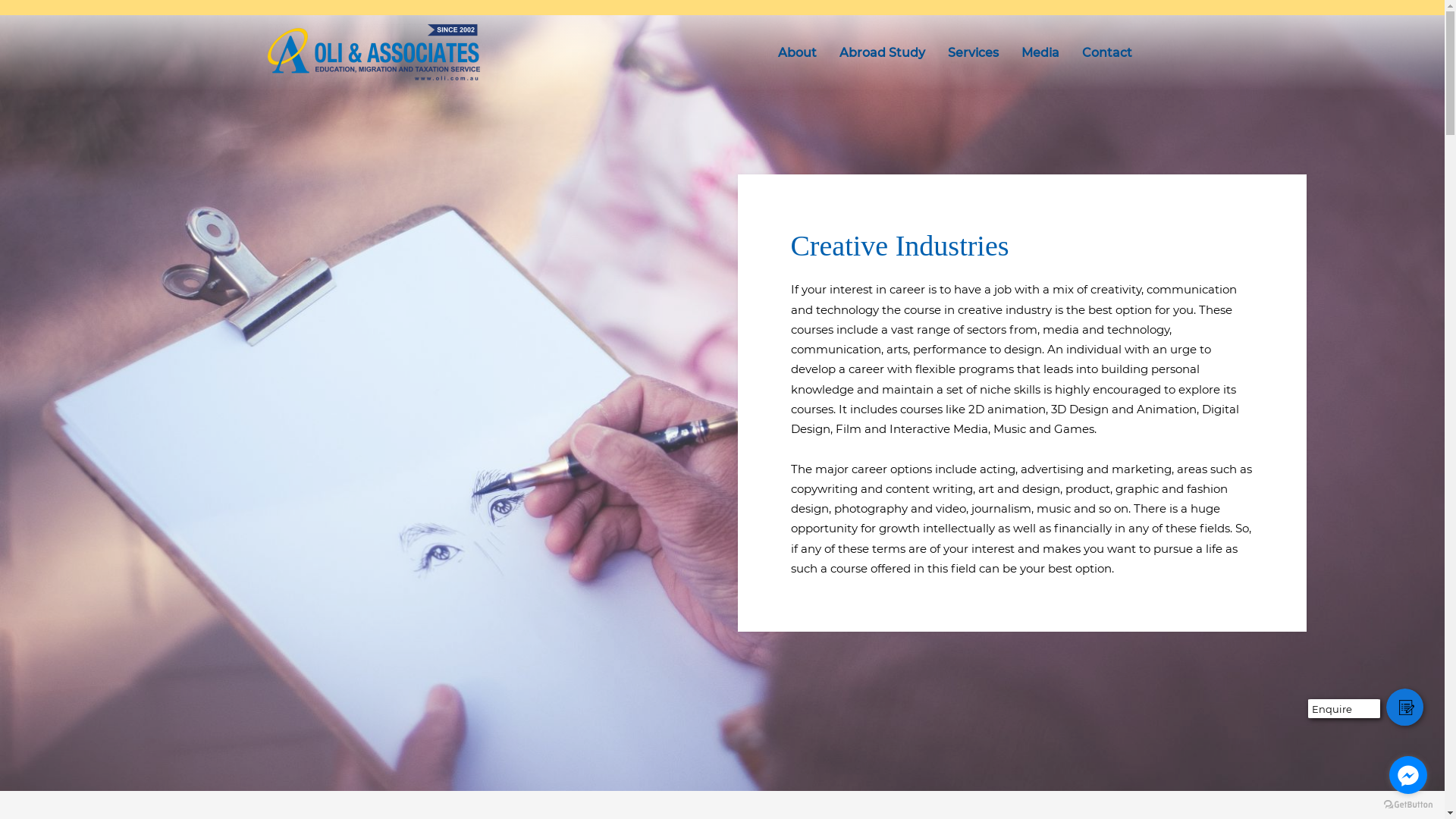  I want to click on 'Services', so click(934, 52).